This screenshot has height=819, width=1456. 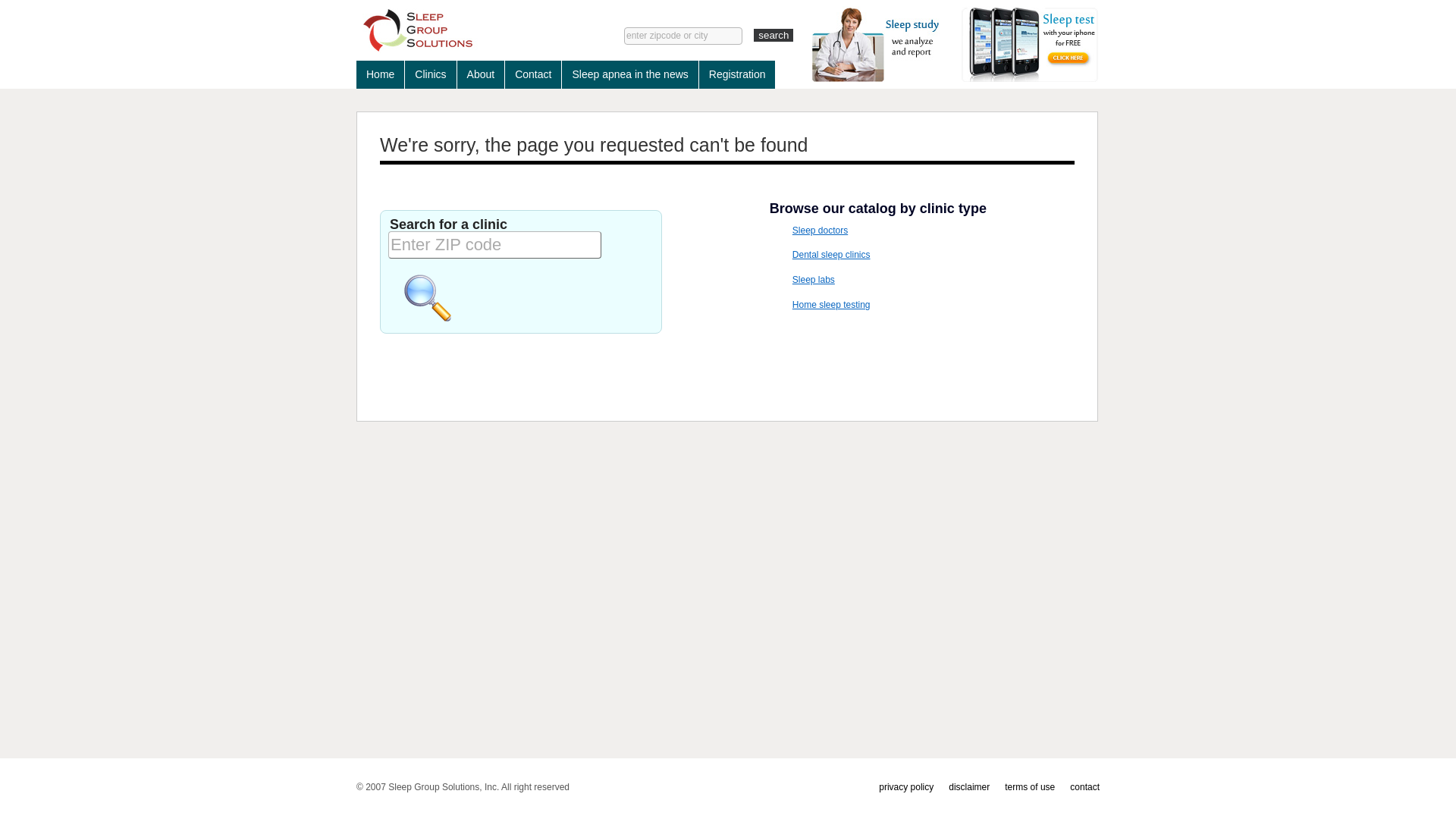 I want to click on 'About', so click(x=480, y=74).